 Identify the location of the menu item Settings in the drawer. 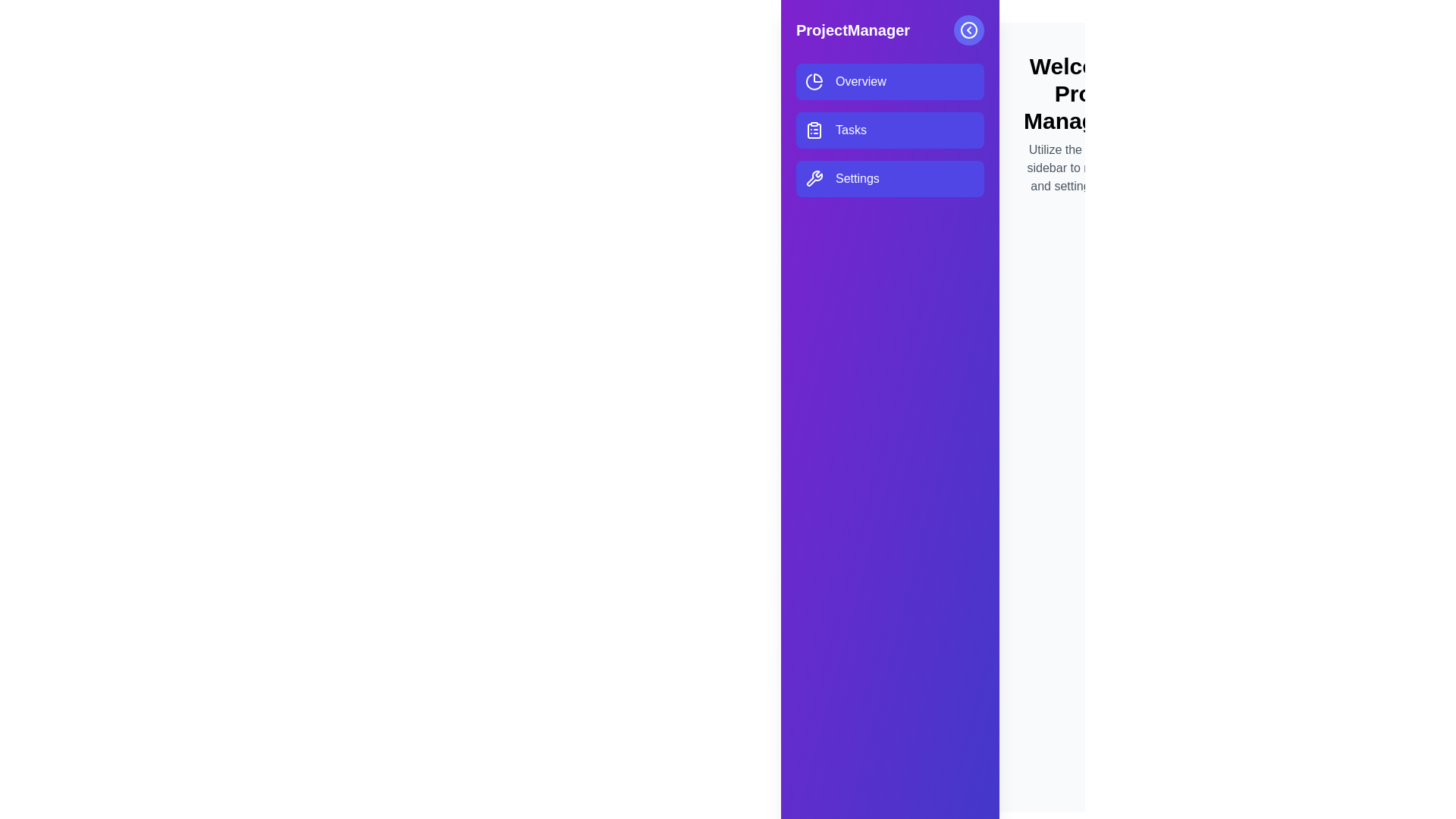
(890, 177).